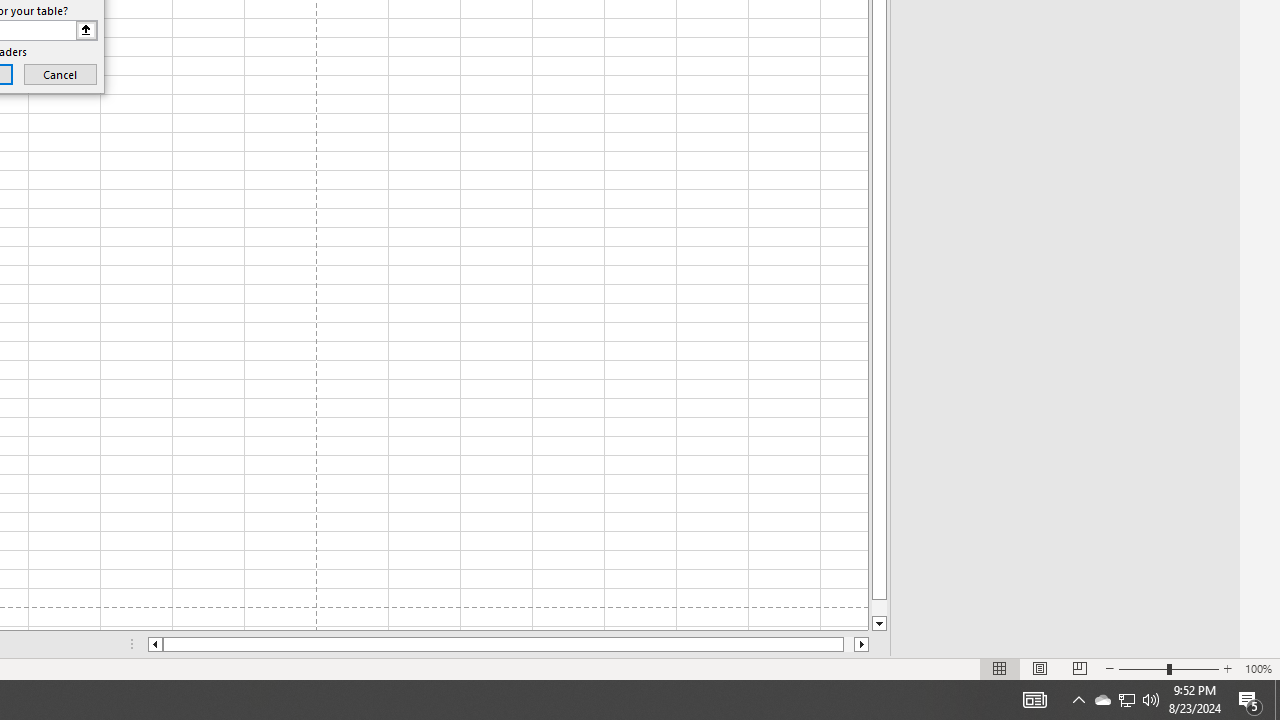  I want to click on 'Line down', so click(879, 623).